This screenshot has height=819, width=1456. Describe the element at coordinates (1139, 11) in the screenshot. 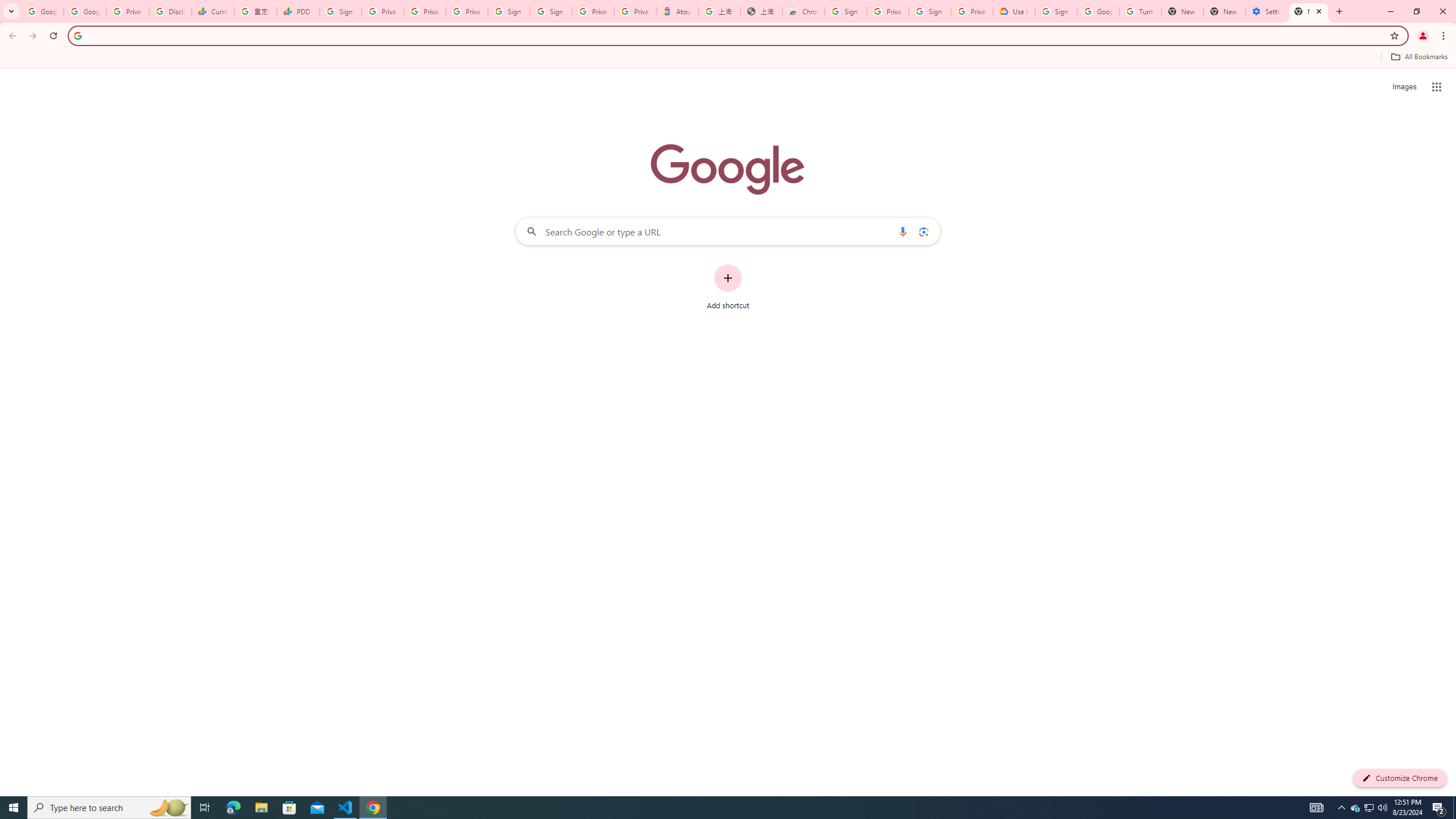

I see `'Turn cookies on or off - Computer - Google Account Help'` at that location.